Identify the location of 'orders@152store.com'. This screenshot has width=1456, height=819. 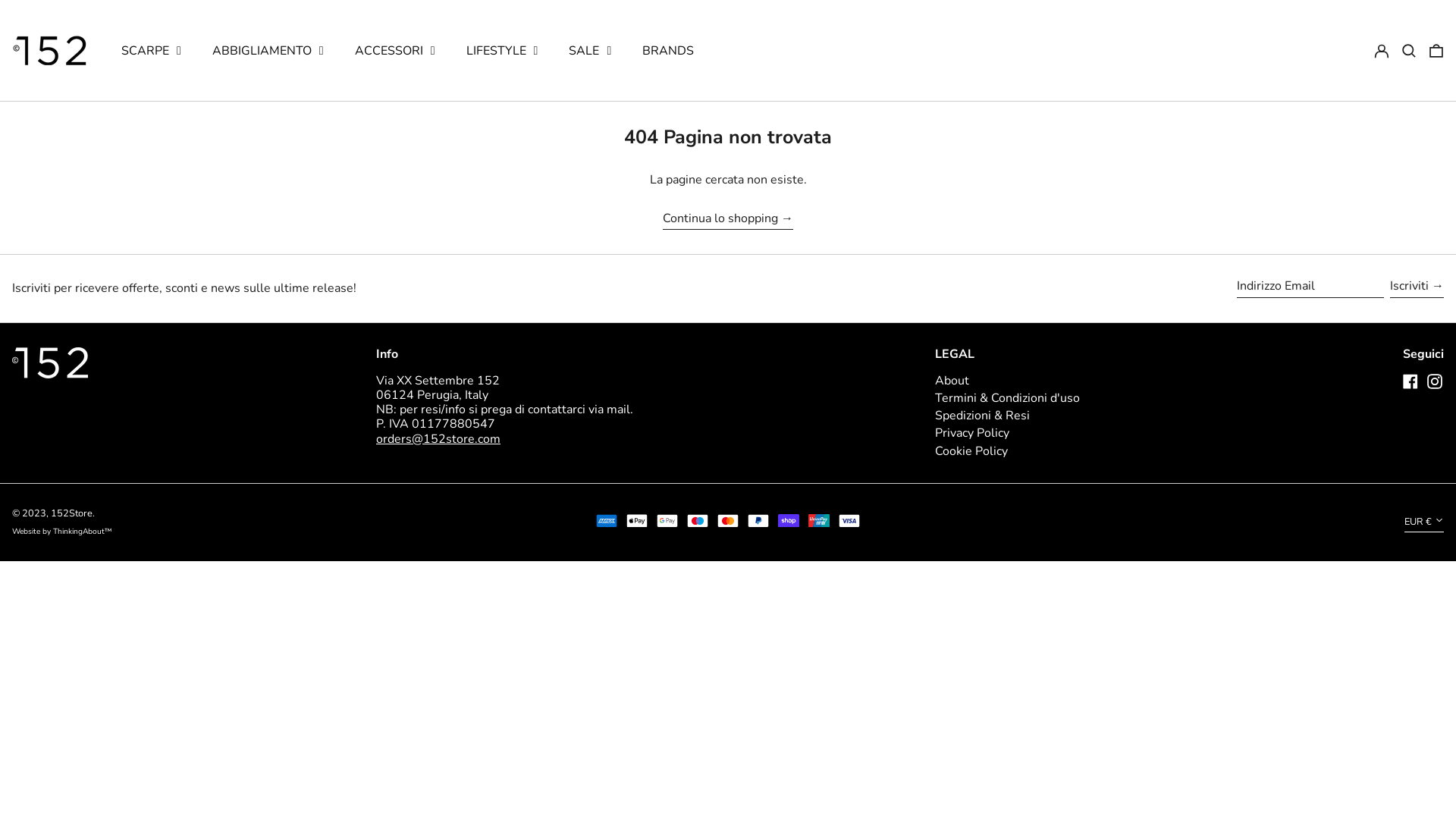
(437, 438).